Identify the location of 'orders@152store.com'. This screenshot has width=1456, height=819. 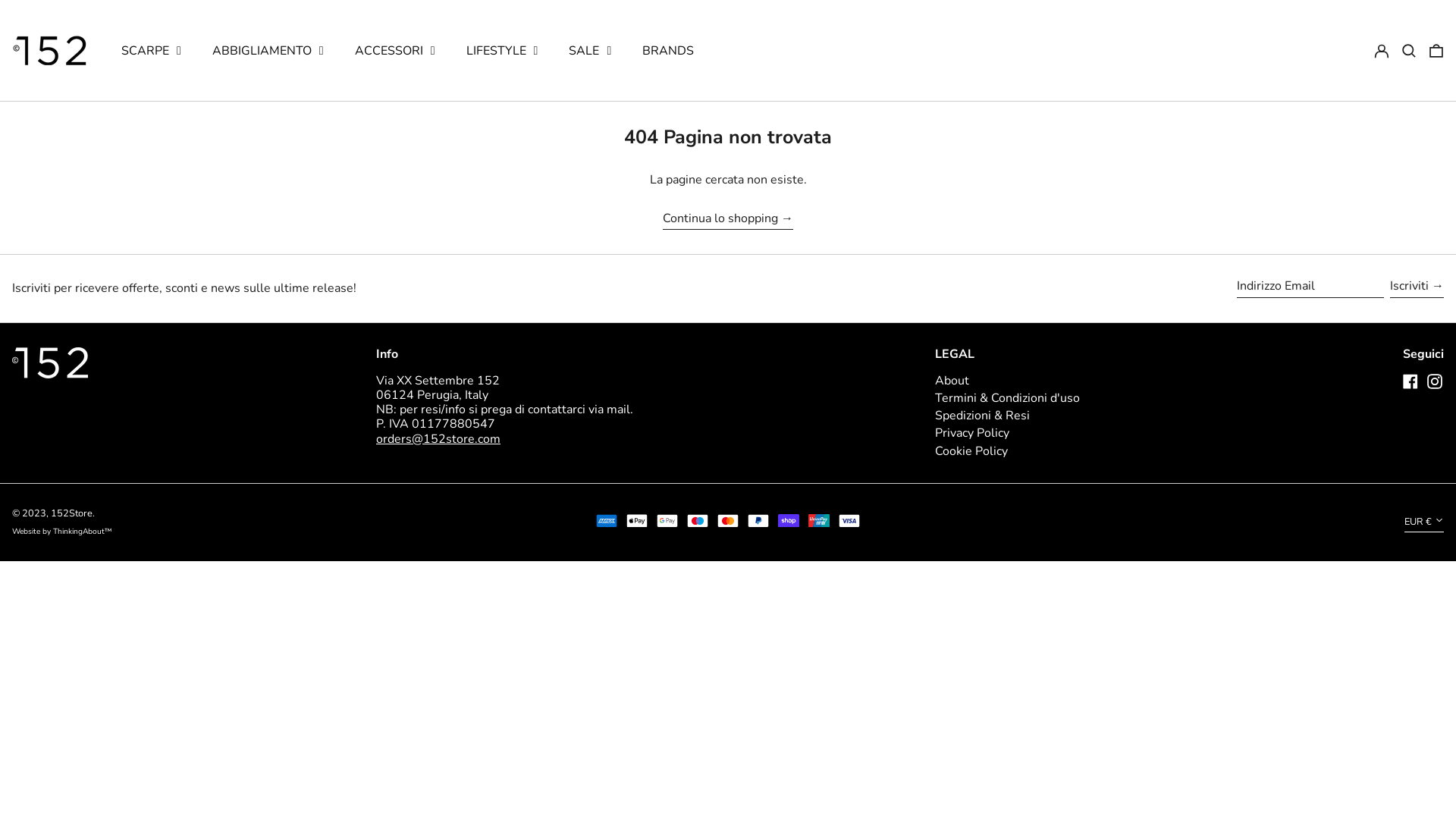
(437, 438).